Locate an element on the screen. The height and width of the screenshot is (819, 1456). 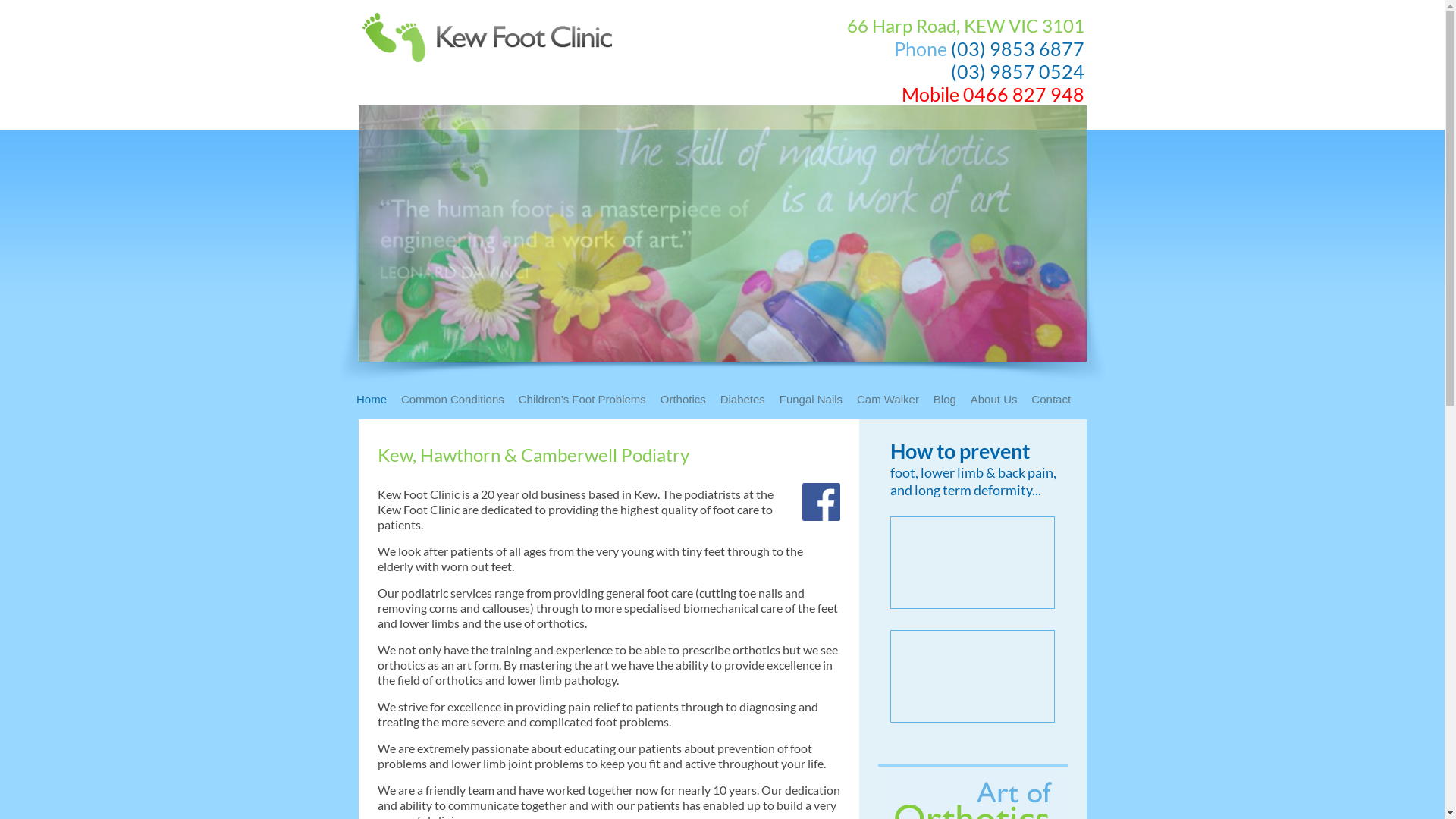
'Diabetes' is located at coordinates (748, 403).